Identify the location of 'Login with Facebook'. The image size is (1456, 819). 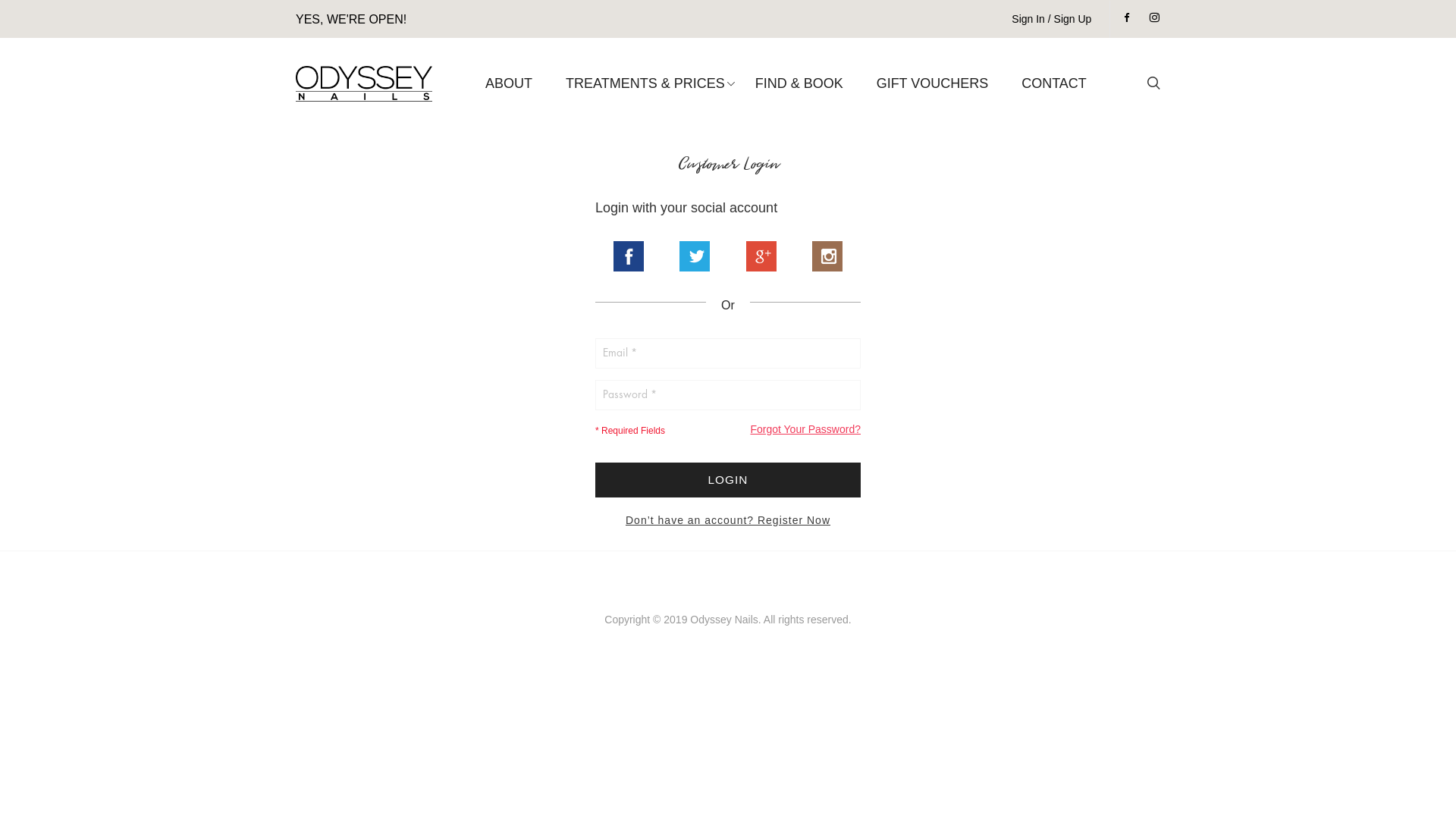
(629, 256).